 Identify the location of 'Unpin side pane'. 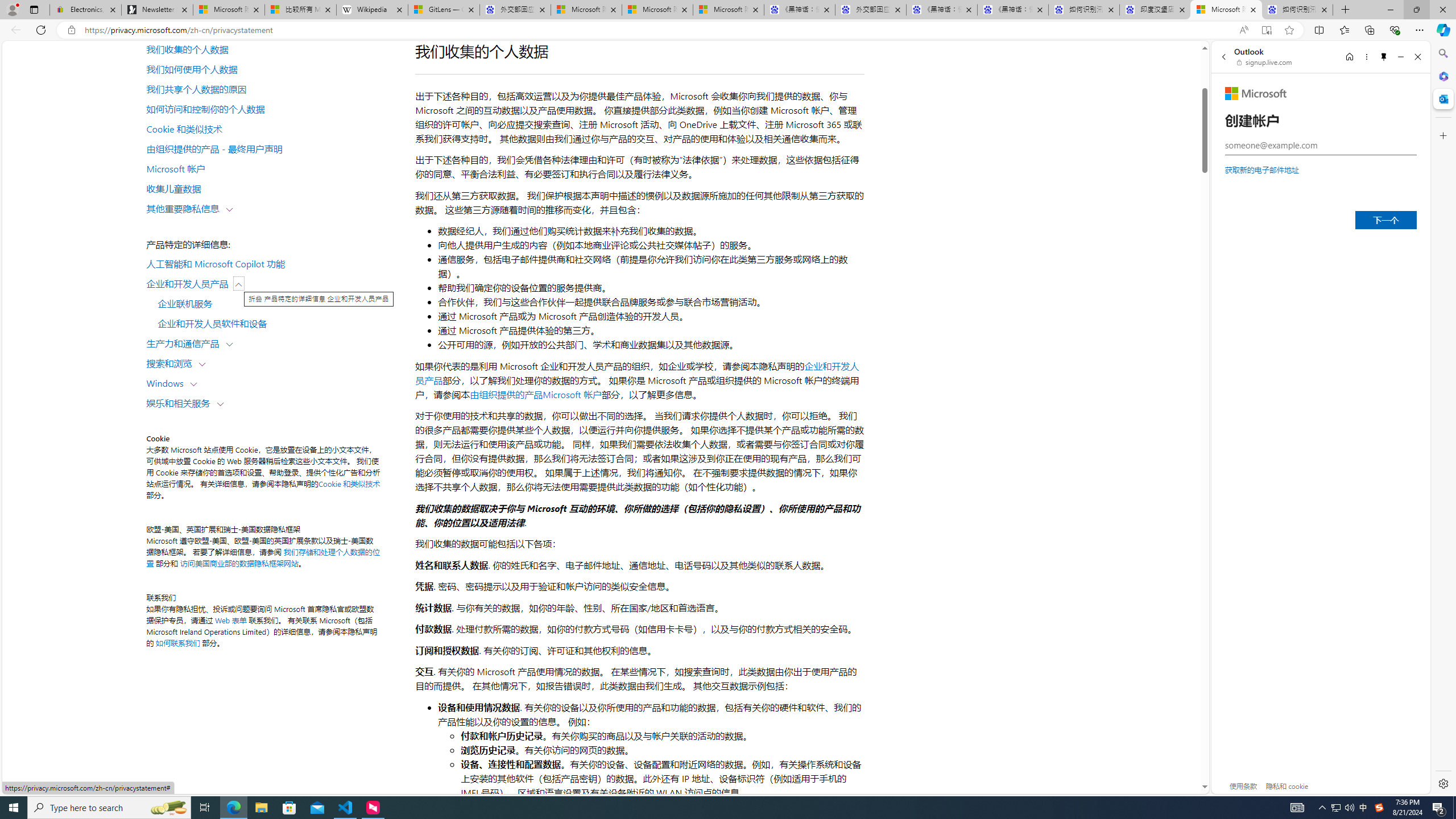
(1384, 56).